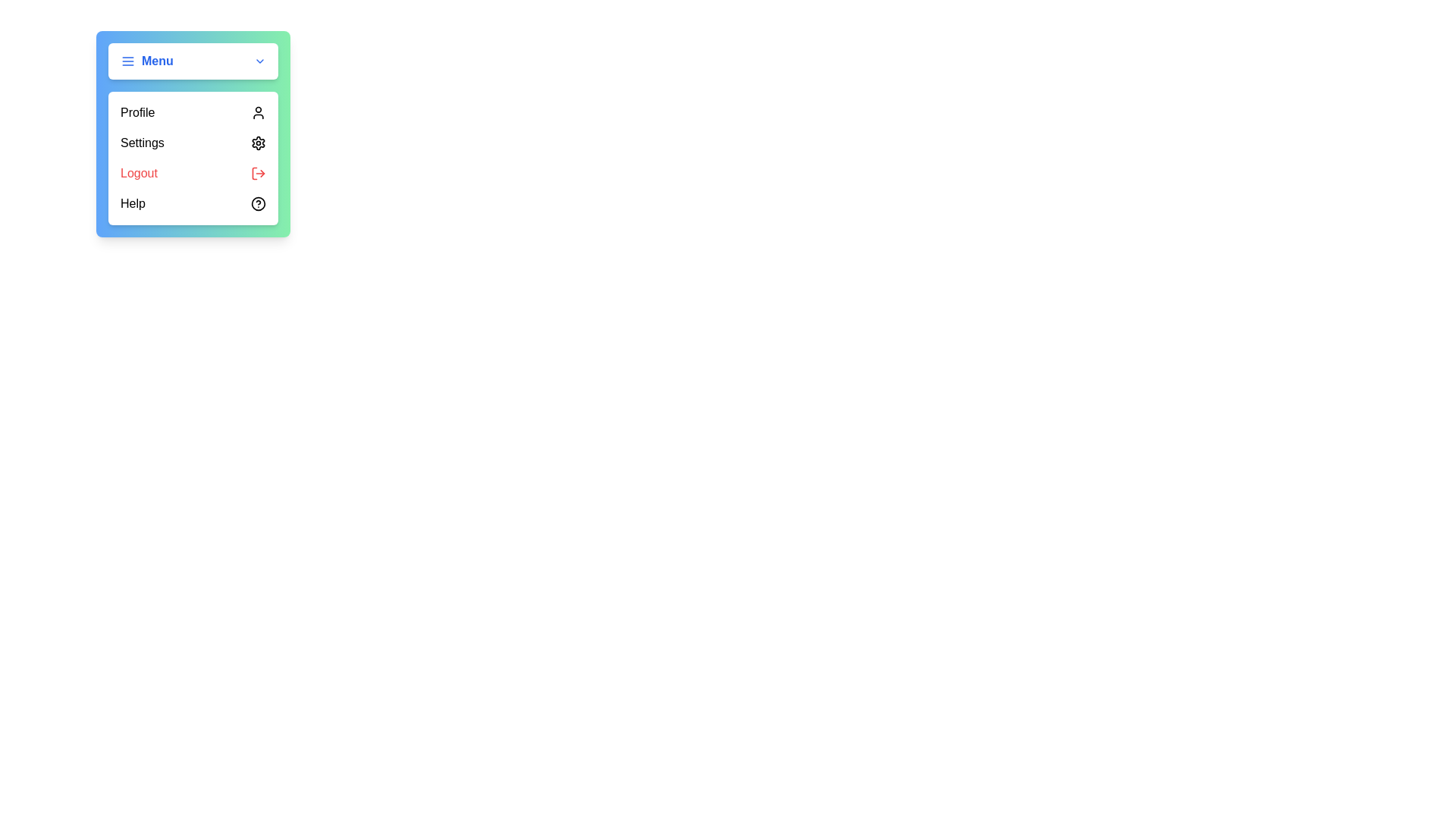 The height and width of the screenshot is (819, 1456). I want to click on the 'Help' menu option, so click(192, 203).